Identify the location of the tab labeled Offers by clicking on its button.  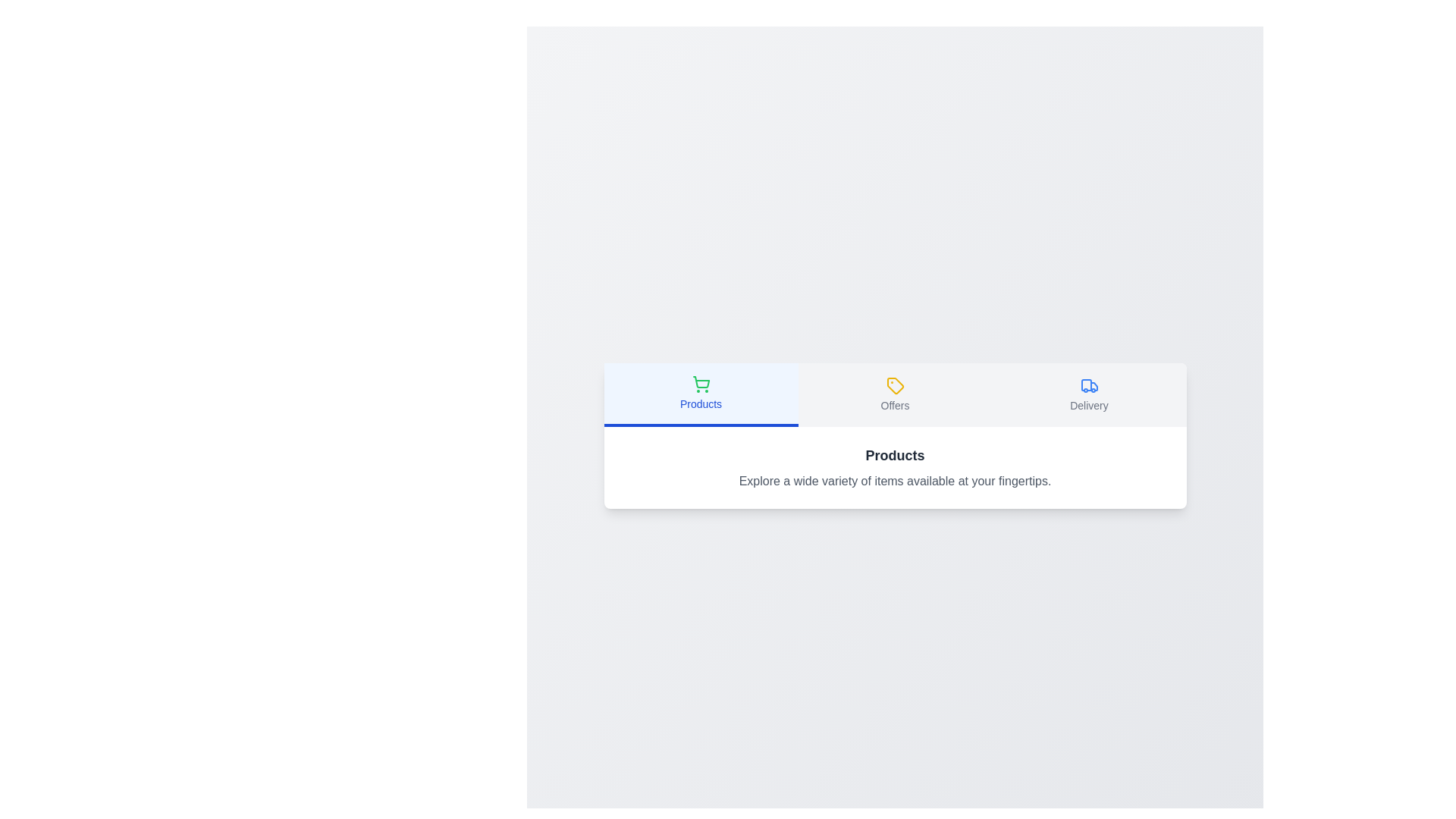
(895, 394).